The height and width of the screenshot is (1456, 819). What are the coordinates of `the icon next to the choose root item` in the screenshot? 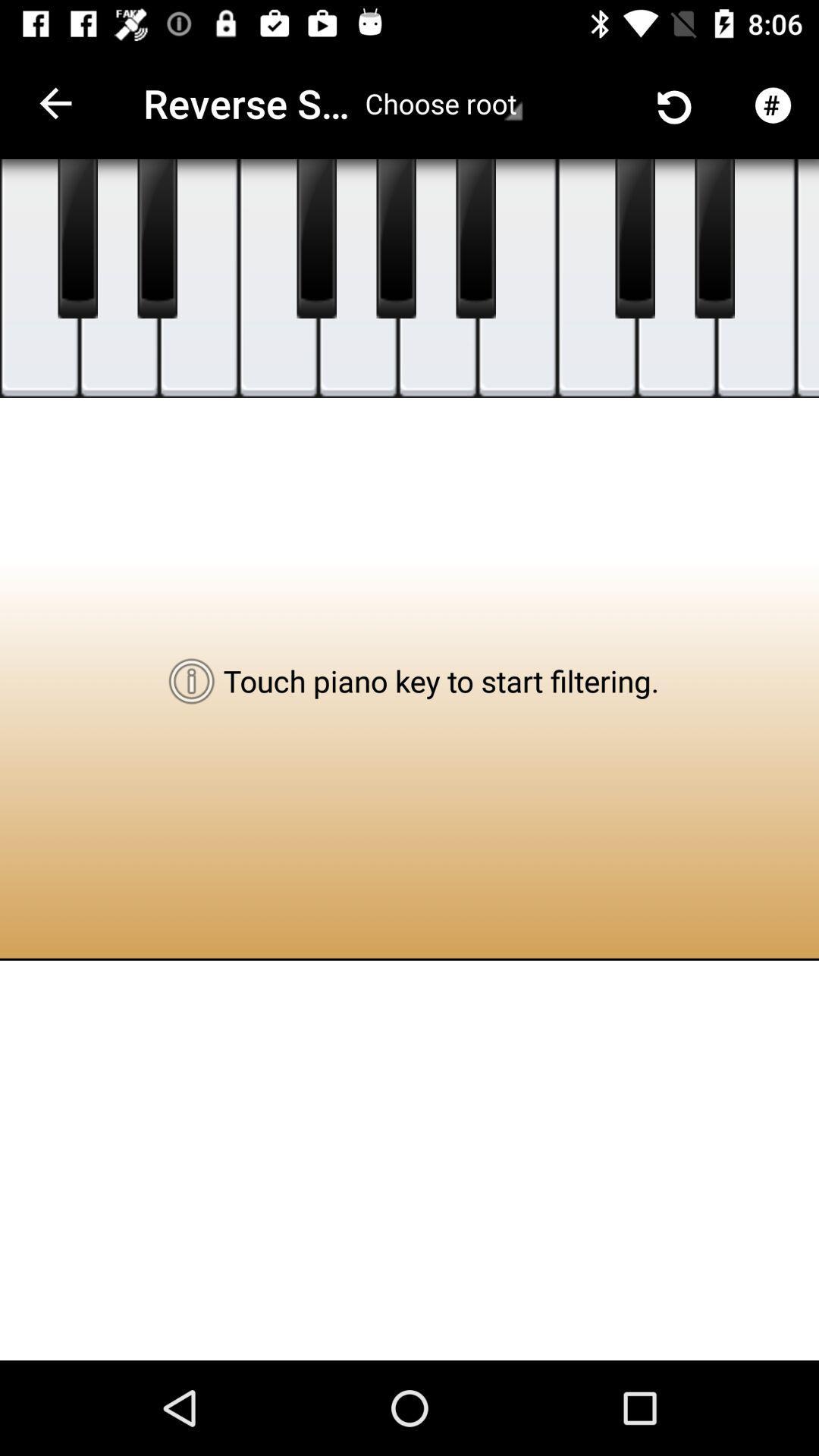 It's located at (579, 102).